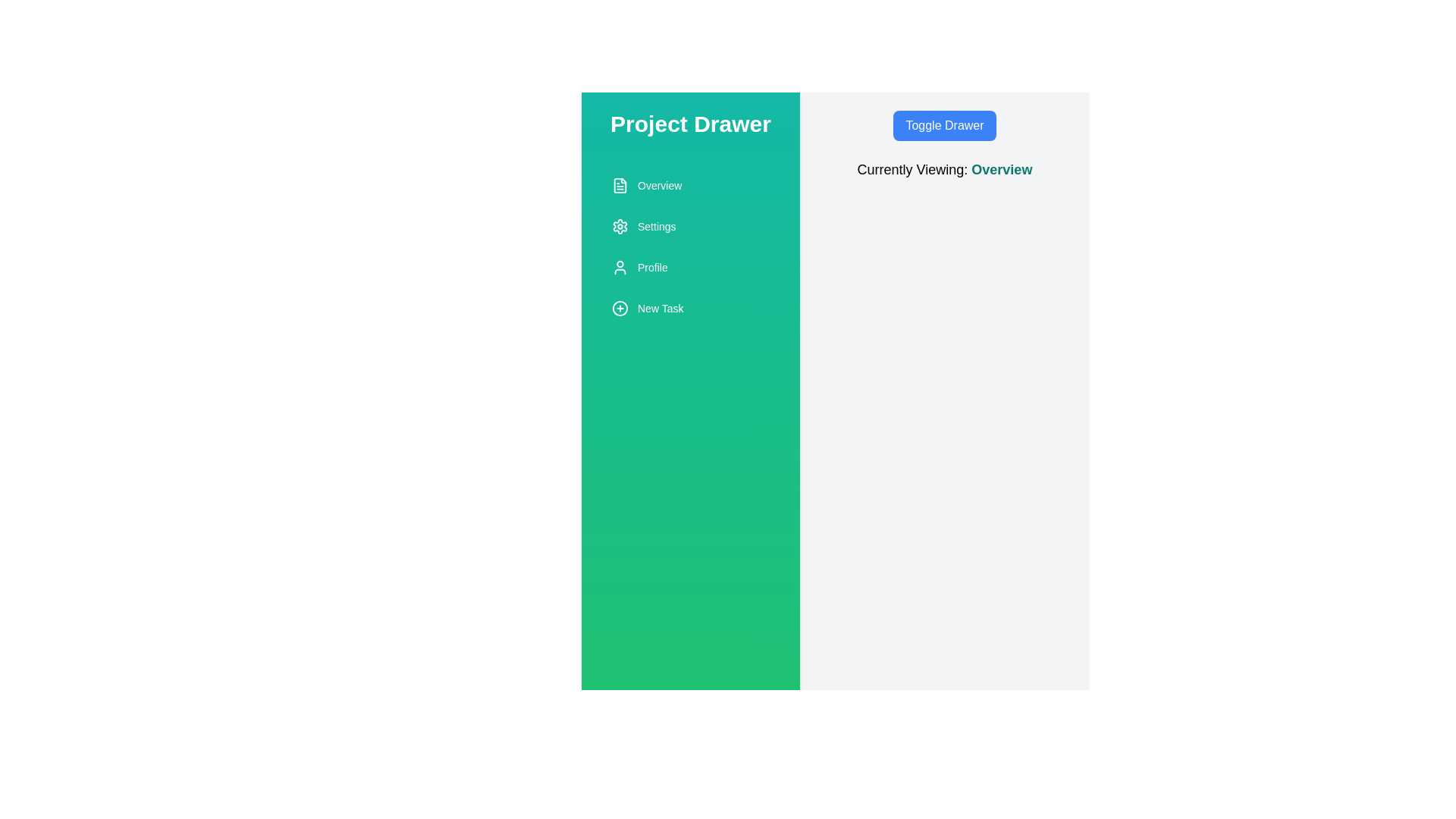 The height and width of the screenshot is (819, 1456). Describe the element at coordinates (690, 267) in the screenshot. I see `the menu item labeled Profile to switch to the corresponding section` at that location.